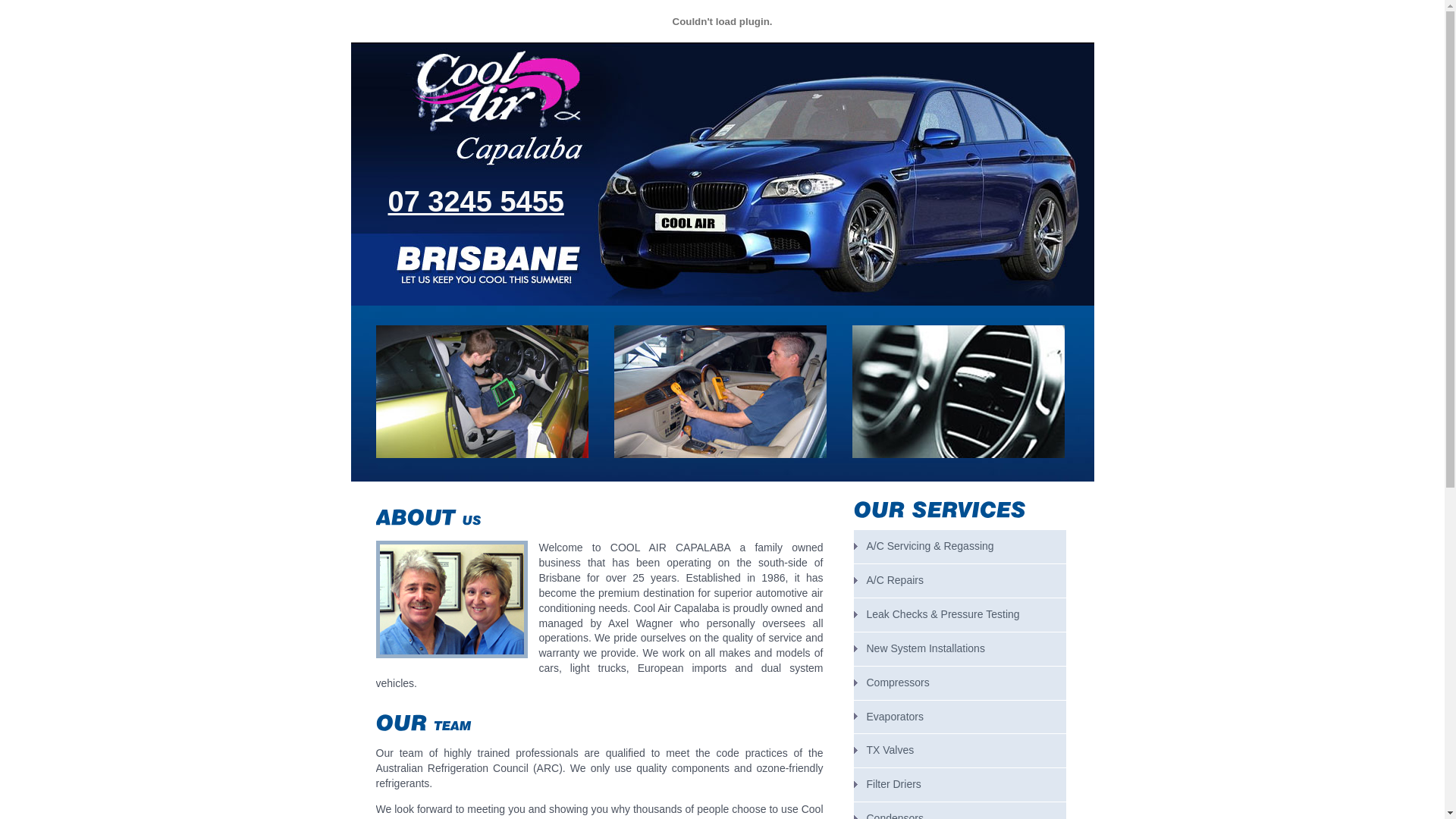 This screenshot has height=819, width=1456. I want to click on 'Filter Driers', so click(854, 784).